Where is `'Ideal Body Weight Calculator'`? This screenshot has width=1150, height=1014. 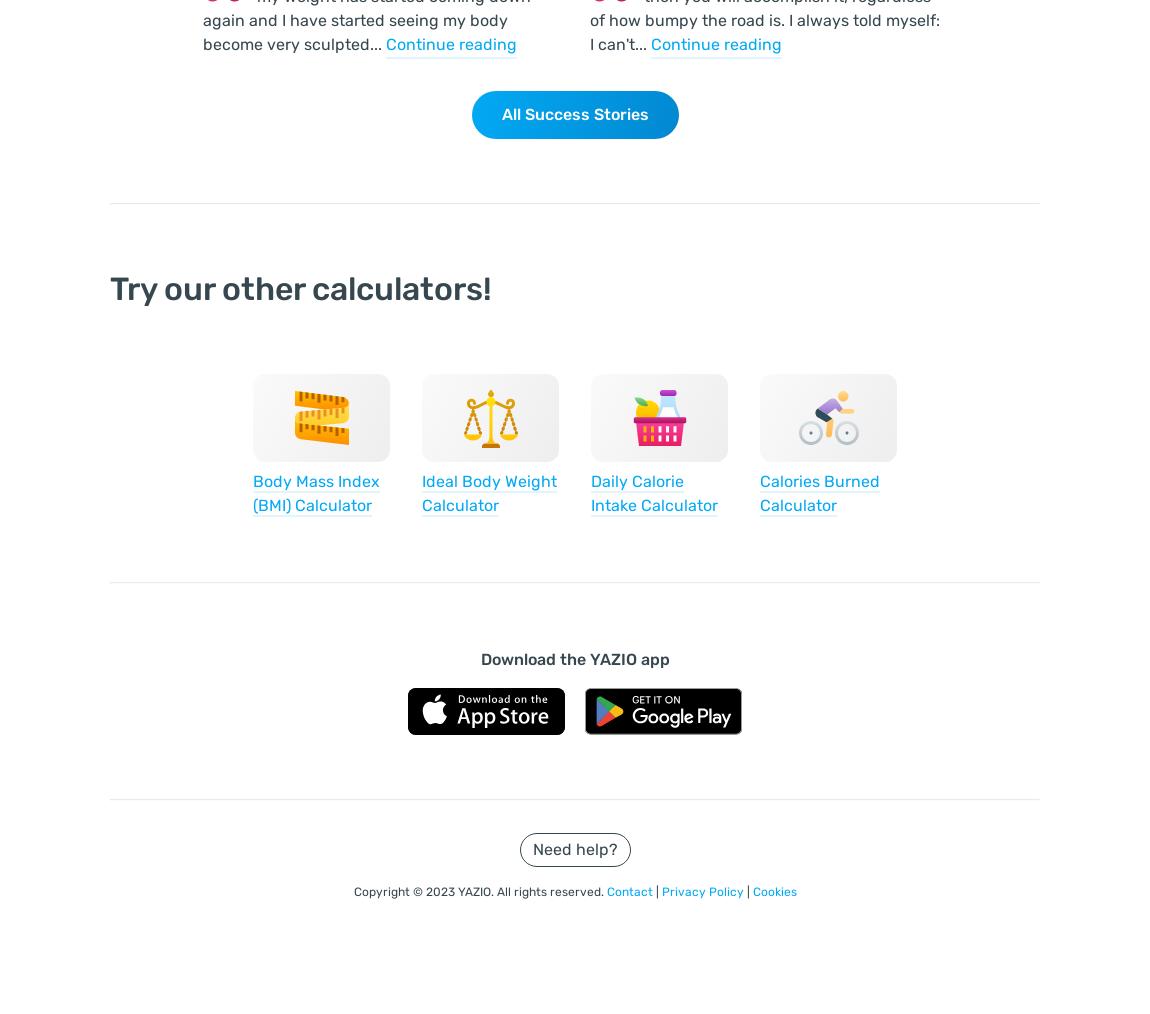 'Ideal Body Weight Calculator' is located at coordinates (422, 493).